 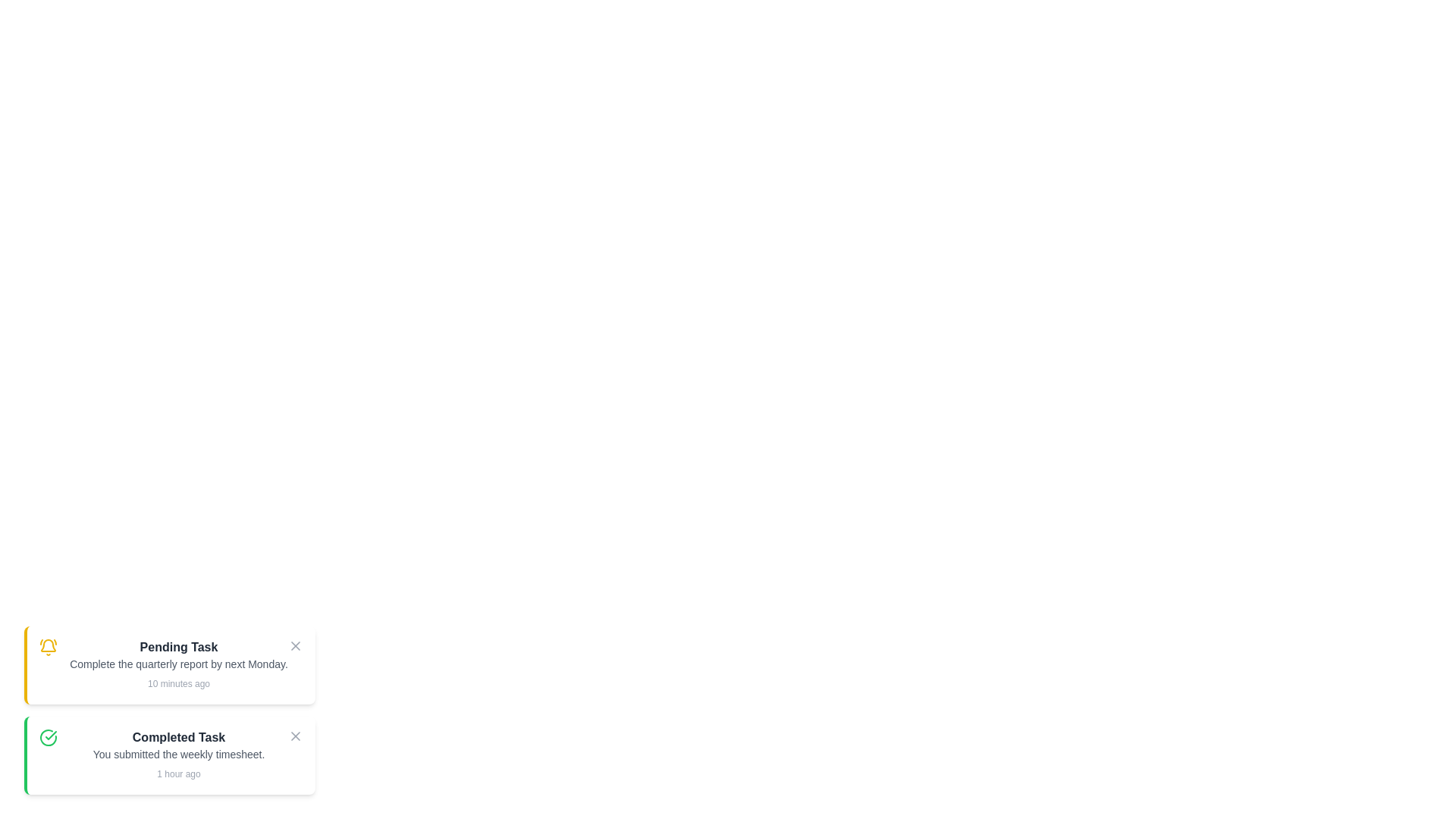 I want to click on the close button of the 'Pending Task' notification to dismiss it, so click(x=295, y=646).